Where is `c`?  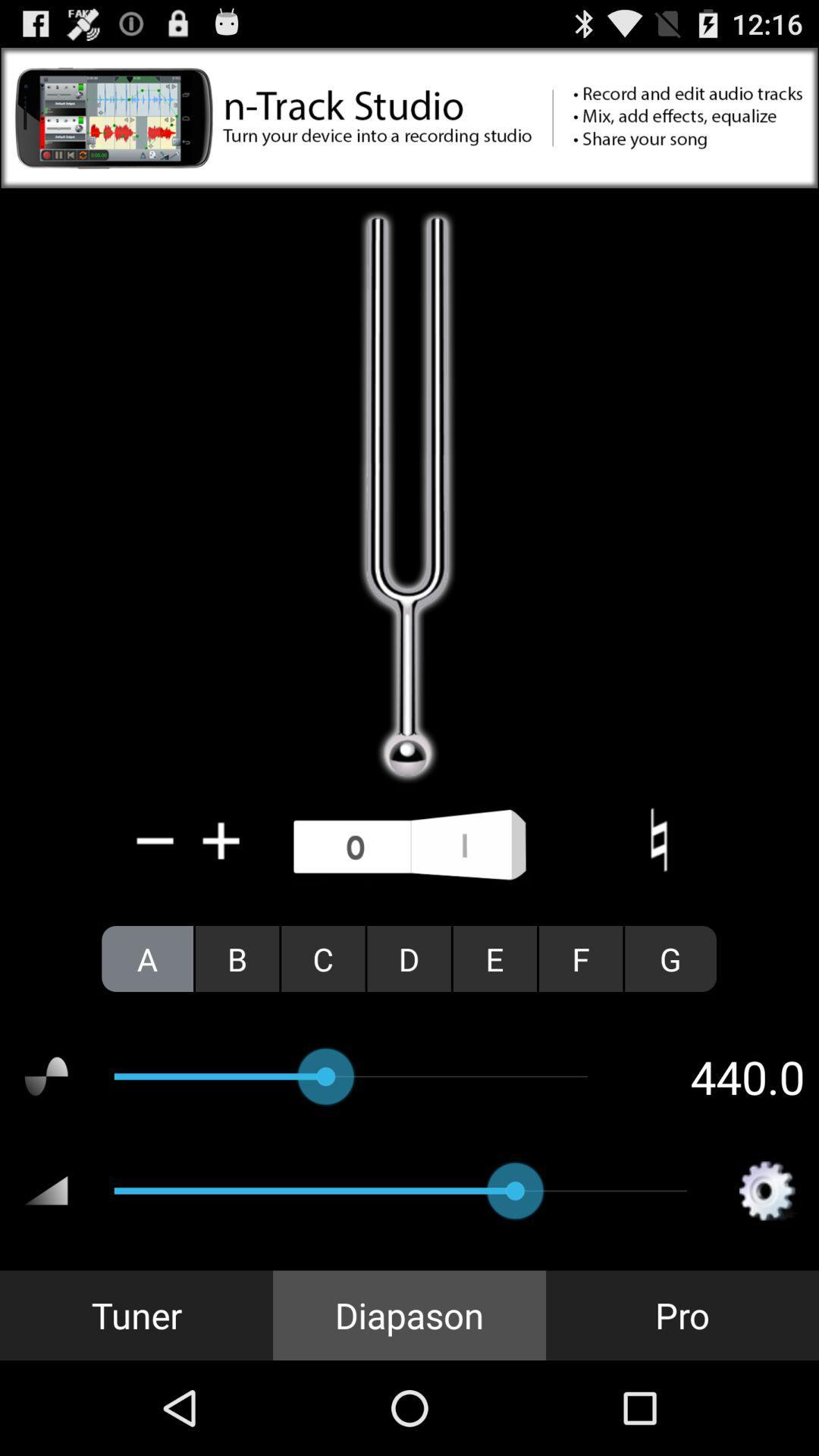
c is located at coordinates (322, 958).